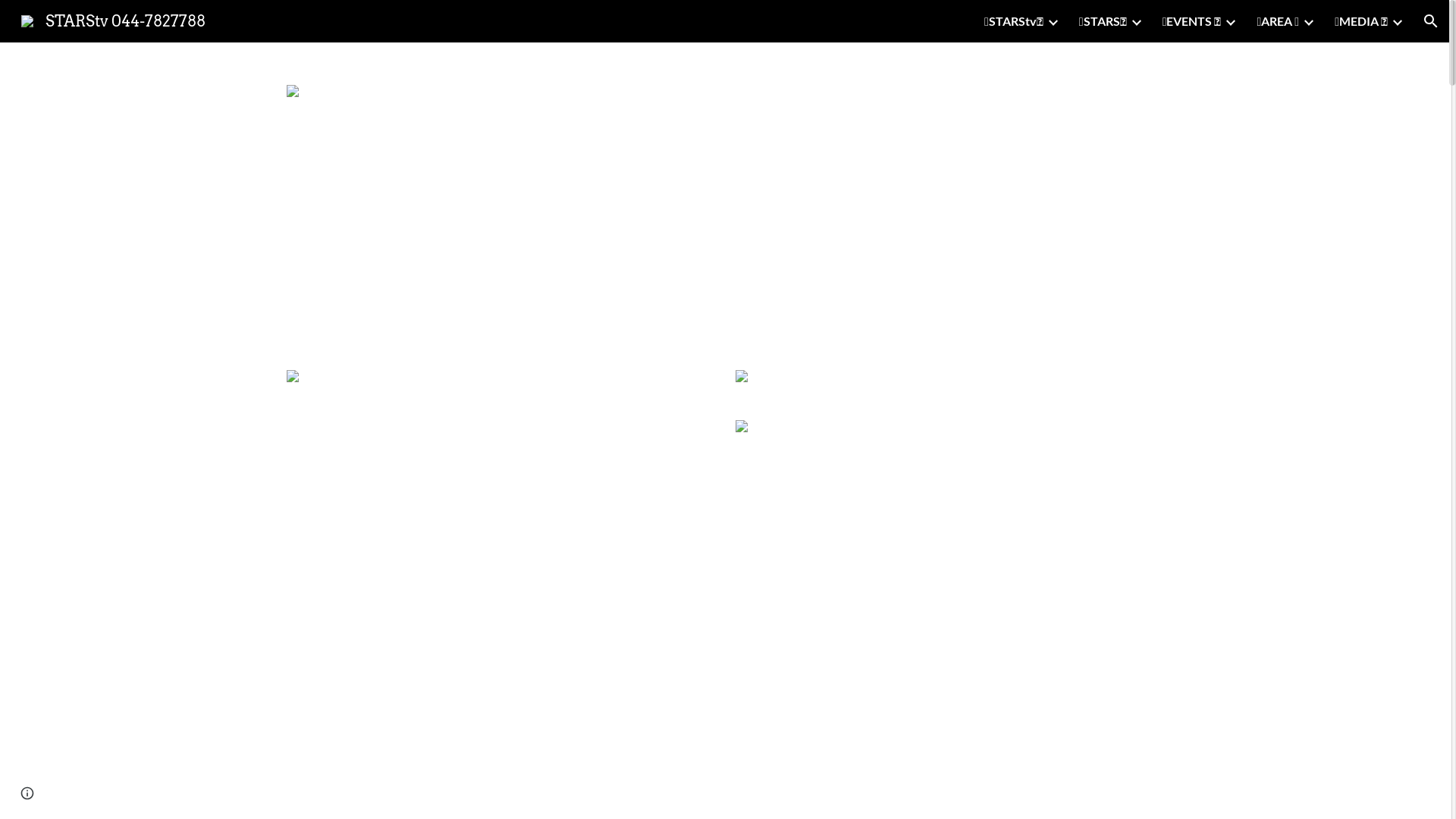 The height and width of the screenshot is (819, 1456). I want to click on 'Expand/Collapse', so click(1301, 20).